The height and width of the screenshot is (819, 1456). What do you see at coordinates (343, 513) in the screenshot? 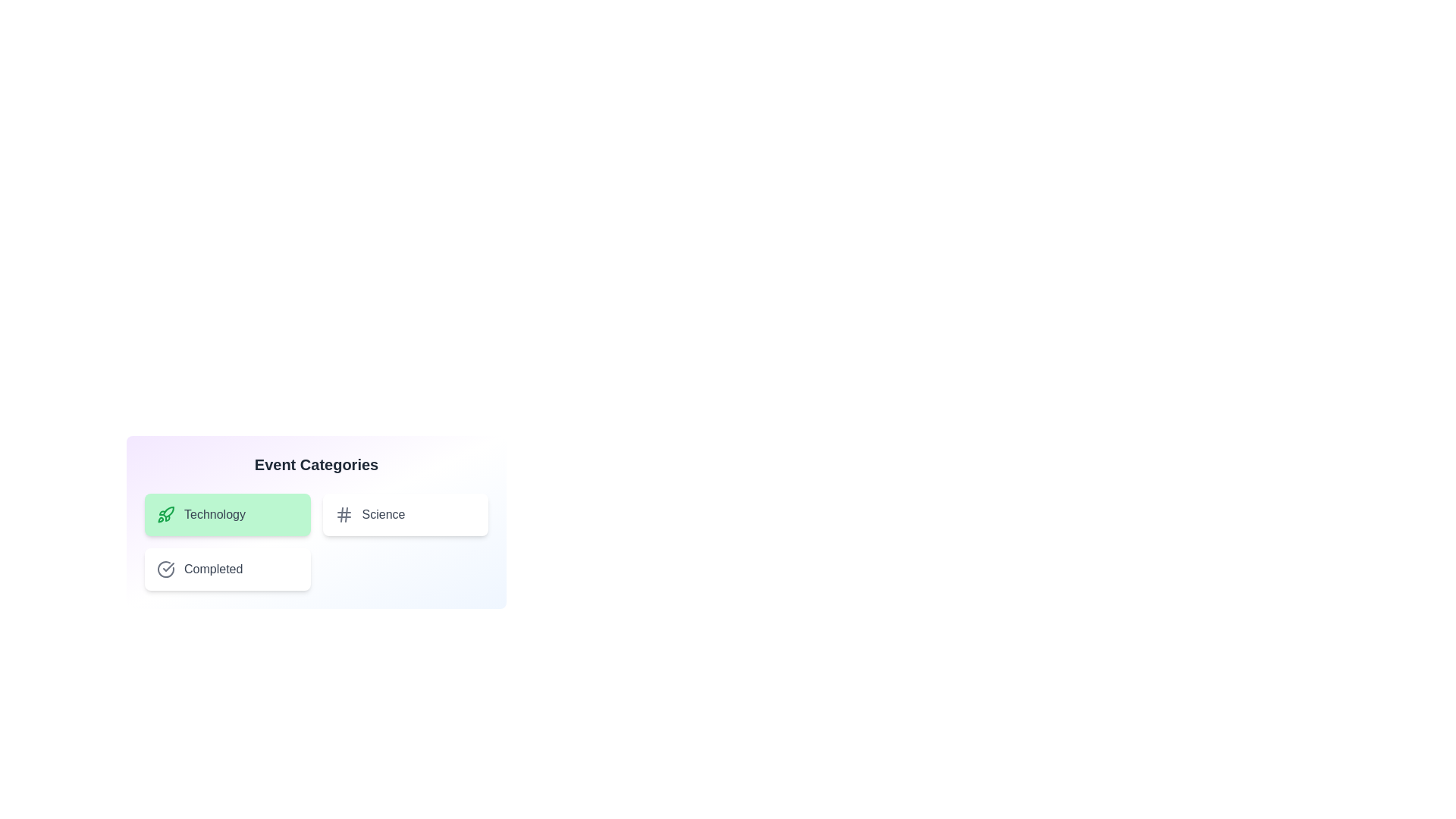
I see `the category 'Science' by clicking its icon` at bounding box center [343, 513].